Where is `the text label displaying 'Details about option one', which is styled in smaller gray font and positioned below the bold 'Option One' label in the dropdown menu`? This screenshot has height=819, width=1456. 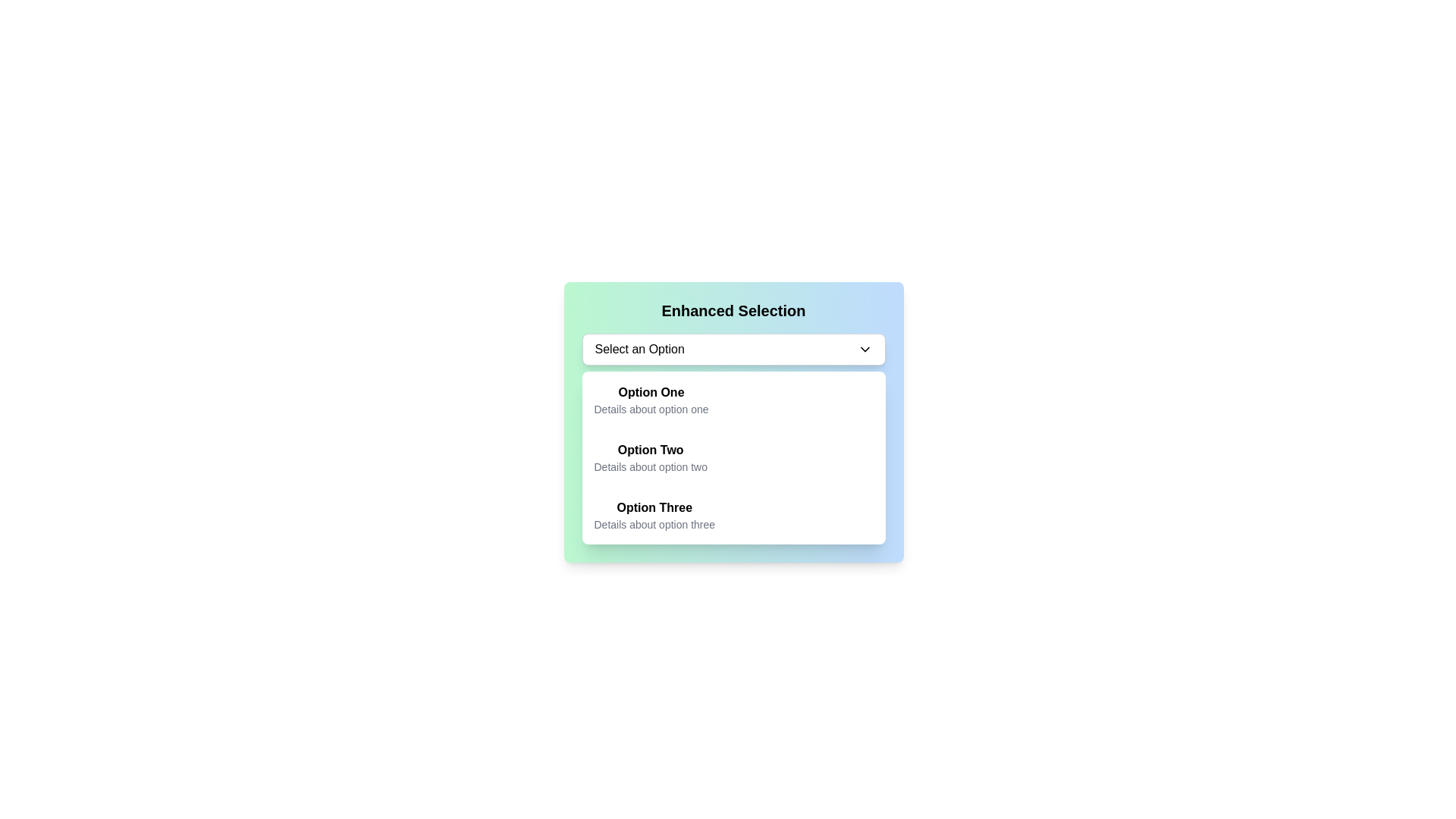 the text label displaying 'Details about option one', which is styled in smaller gray font and positioned below the bold 'Option One' label in the dropdown menu is located at coordinates (651, 409).